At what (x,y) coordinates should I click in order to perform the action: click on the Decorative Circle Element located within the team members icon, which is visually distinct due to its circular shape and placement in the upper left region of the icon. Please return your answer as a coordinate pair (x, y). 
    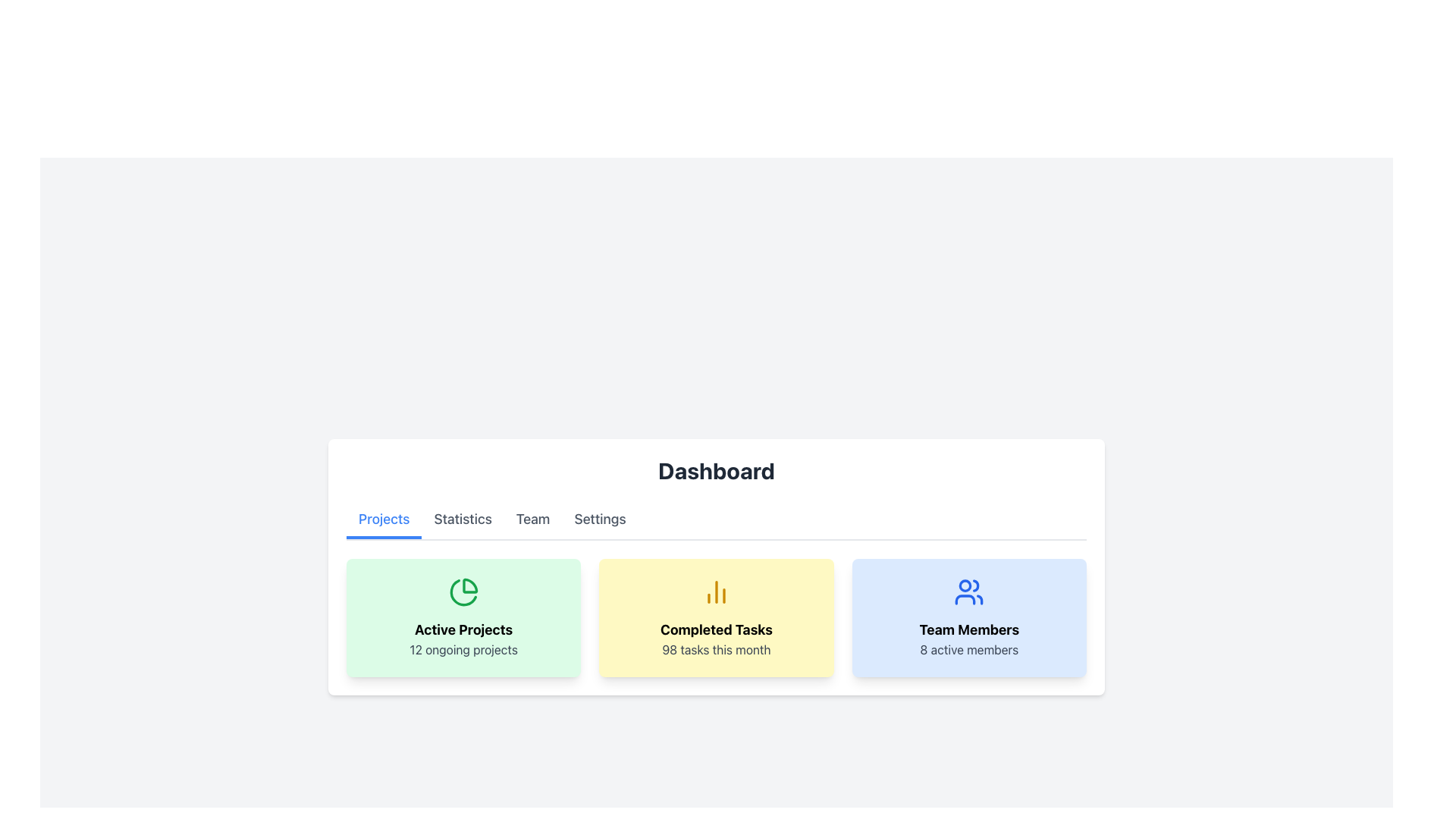
    Looking at the image, I should click on (965, 585).